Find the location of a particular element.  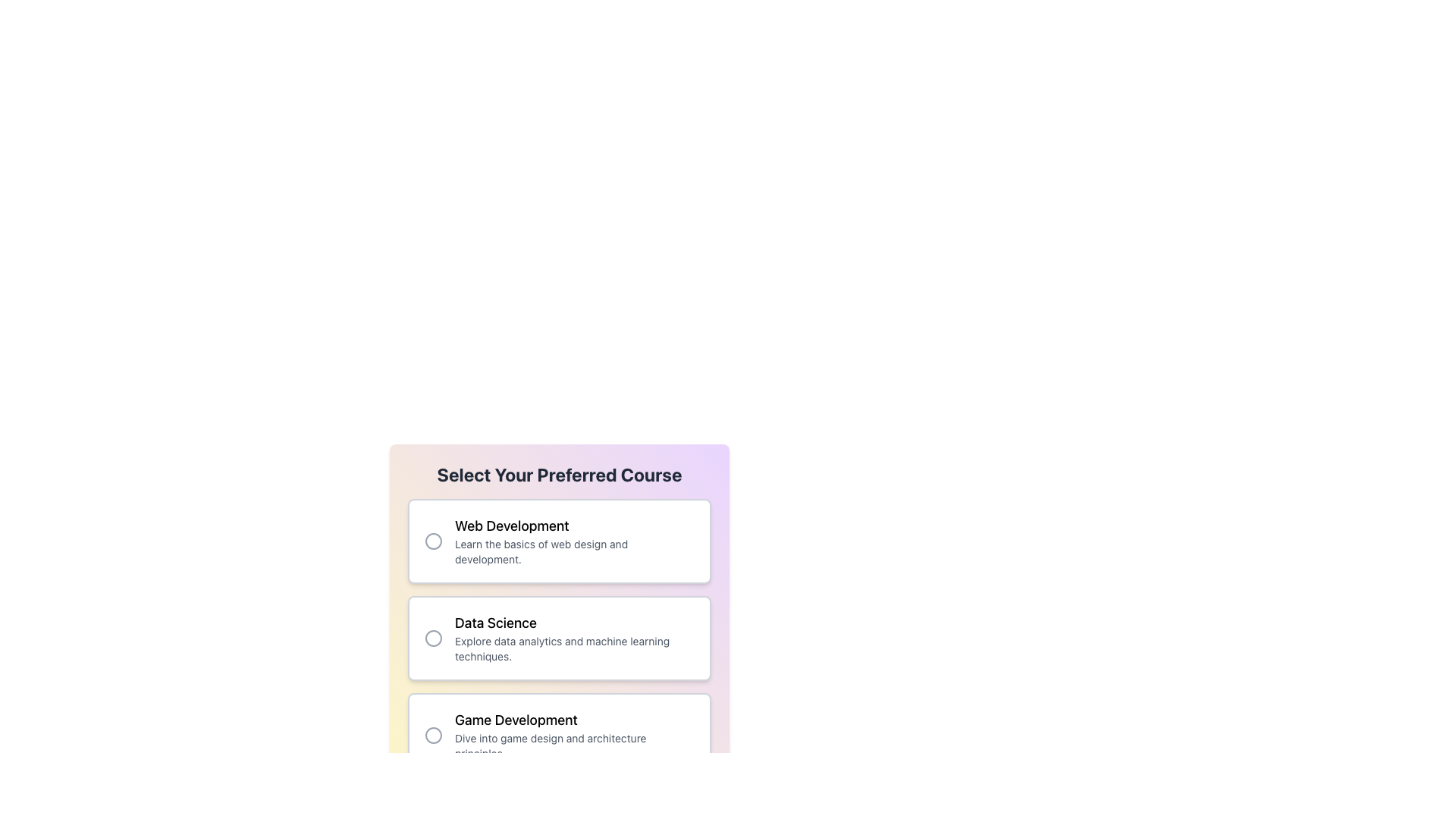

the 'Game Development' text label element, which is styled as a prominent heading above descriptive text in a selectable list of options is located at coordinates (574, 719).